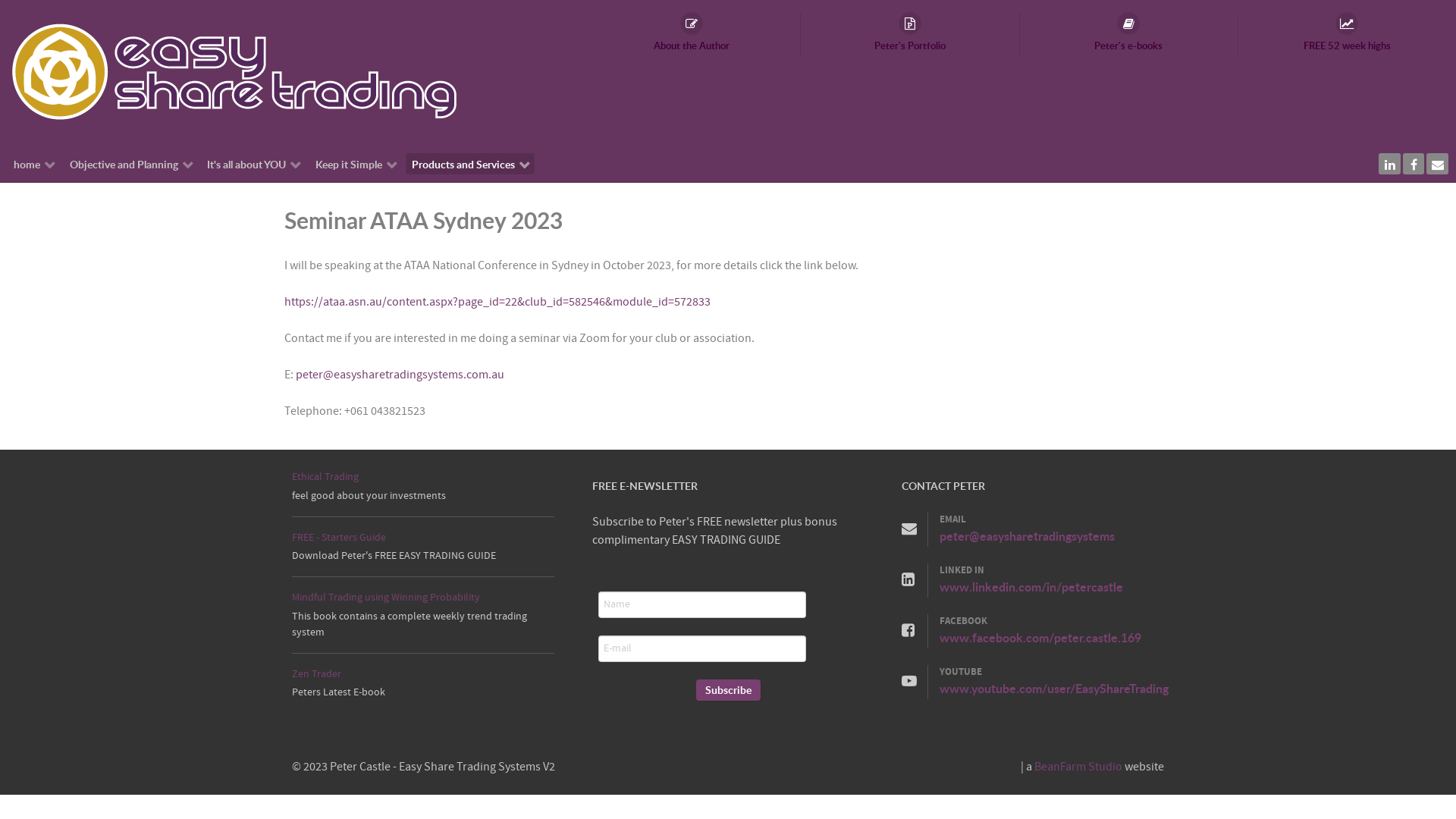 This screenshot has width=1456, height=819. Describe the element at coordinates (938, 585) in the screenshot. I see `'www.linkedin.com/in/petercastle'` at that location.